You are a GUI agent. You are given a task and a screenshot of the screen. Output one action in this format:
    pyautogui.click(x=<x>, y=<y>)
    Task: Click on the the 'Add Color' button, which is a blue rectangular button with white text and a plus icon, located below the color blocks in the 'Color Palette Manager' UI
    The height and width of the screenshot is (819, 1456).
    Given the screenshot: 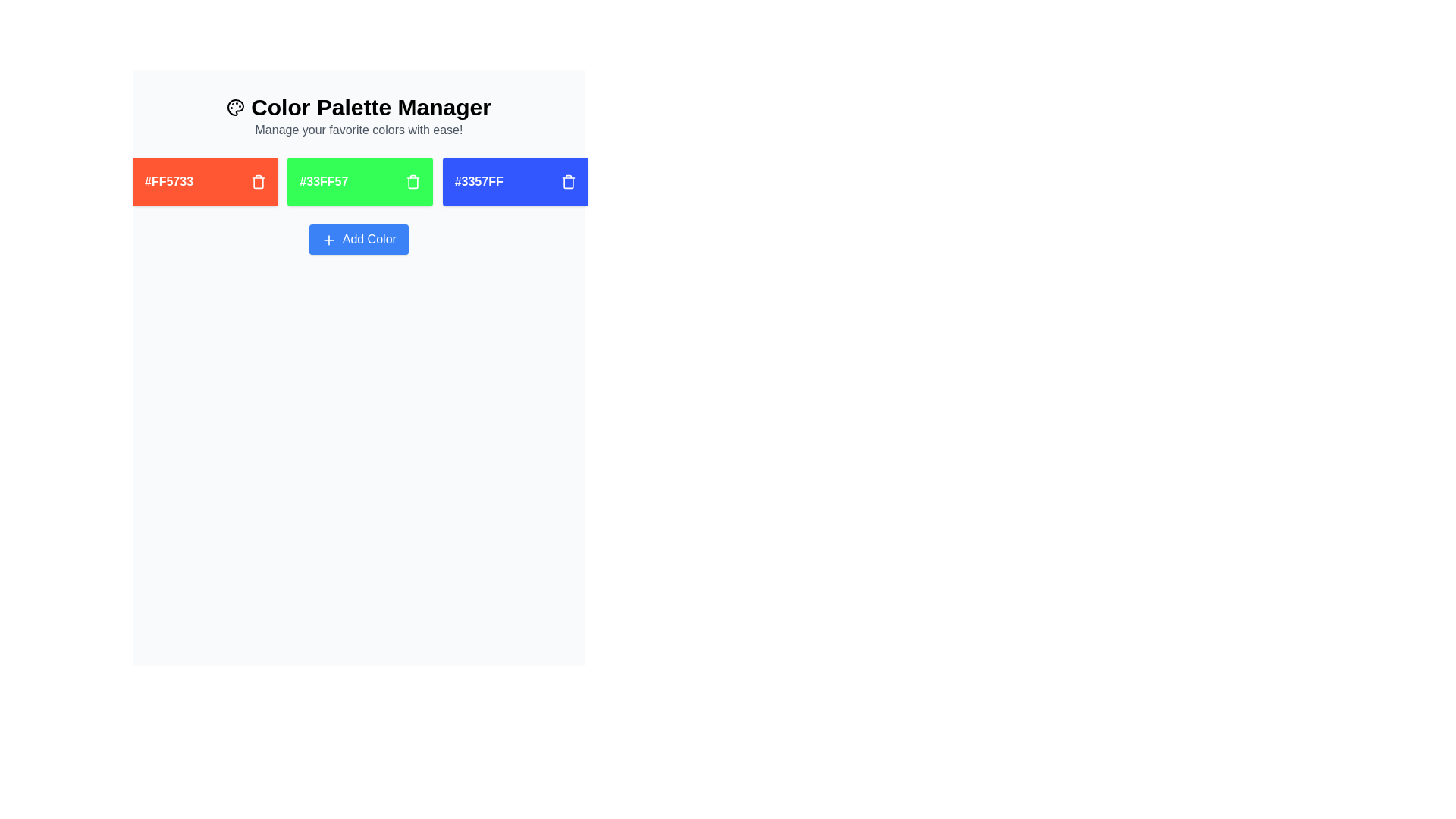 What is the action you would take?
    pyautogui.click(x=358, y=239)
    